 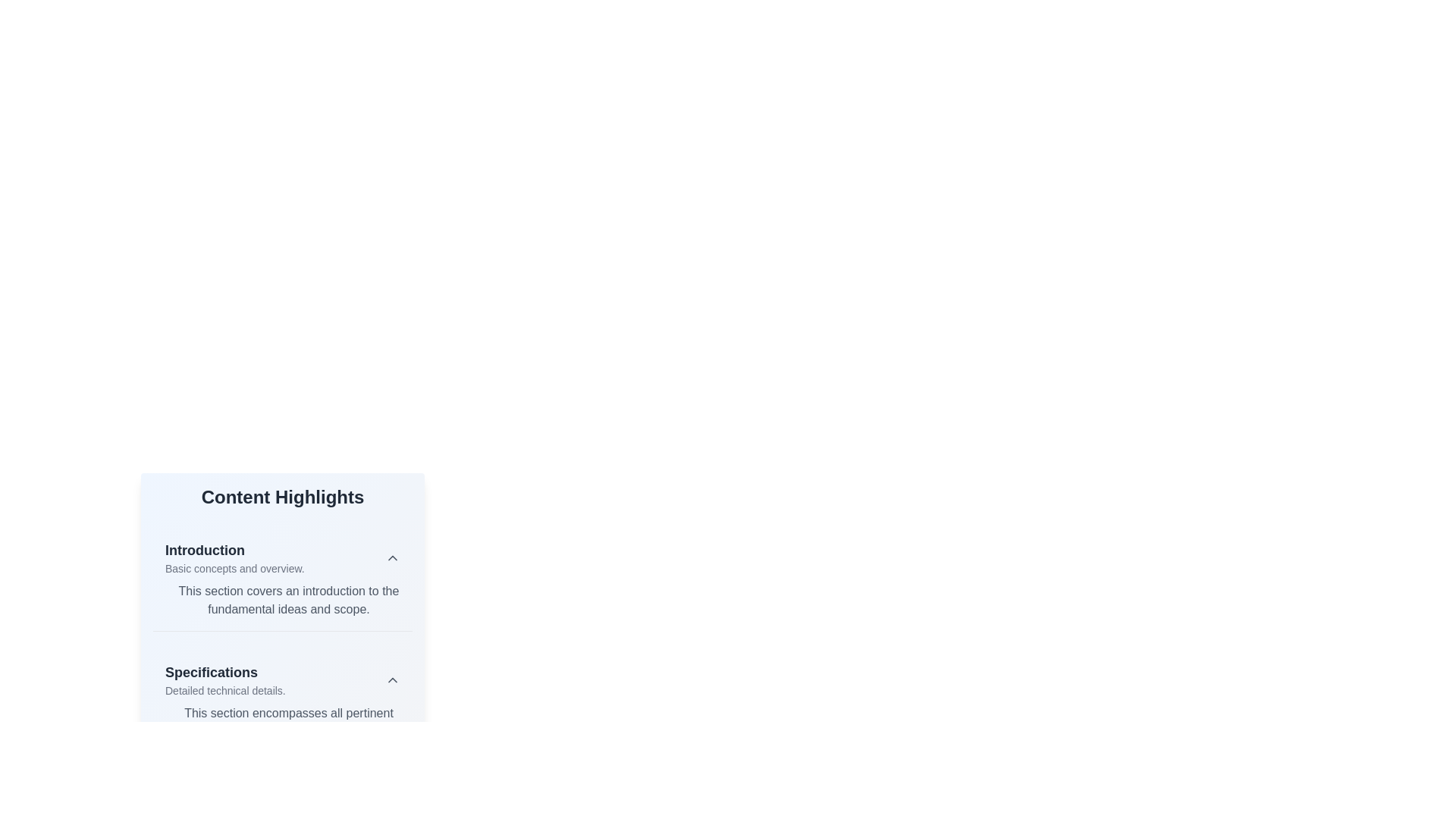 What do you see at coordinates (234, 568) in the screenshot?
I see `the static text label that provides a descriptive summary for the 'Introduction' section, located as the second line of text below the main heading` at bounding box center [234, 568].